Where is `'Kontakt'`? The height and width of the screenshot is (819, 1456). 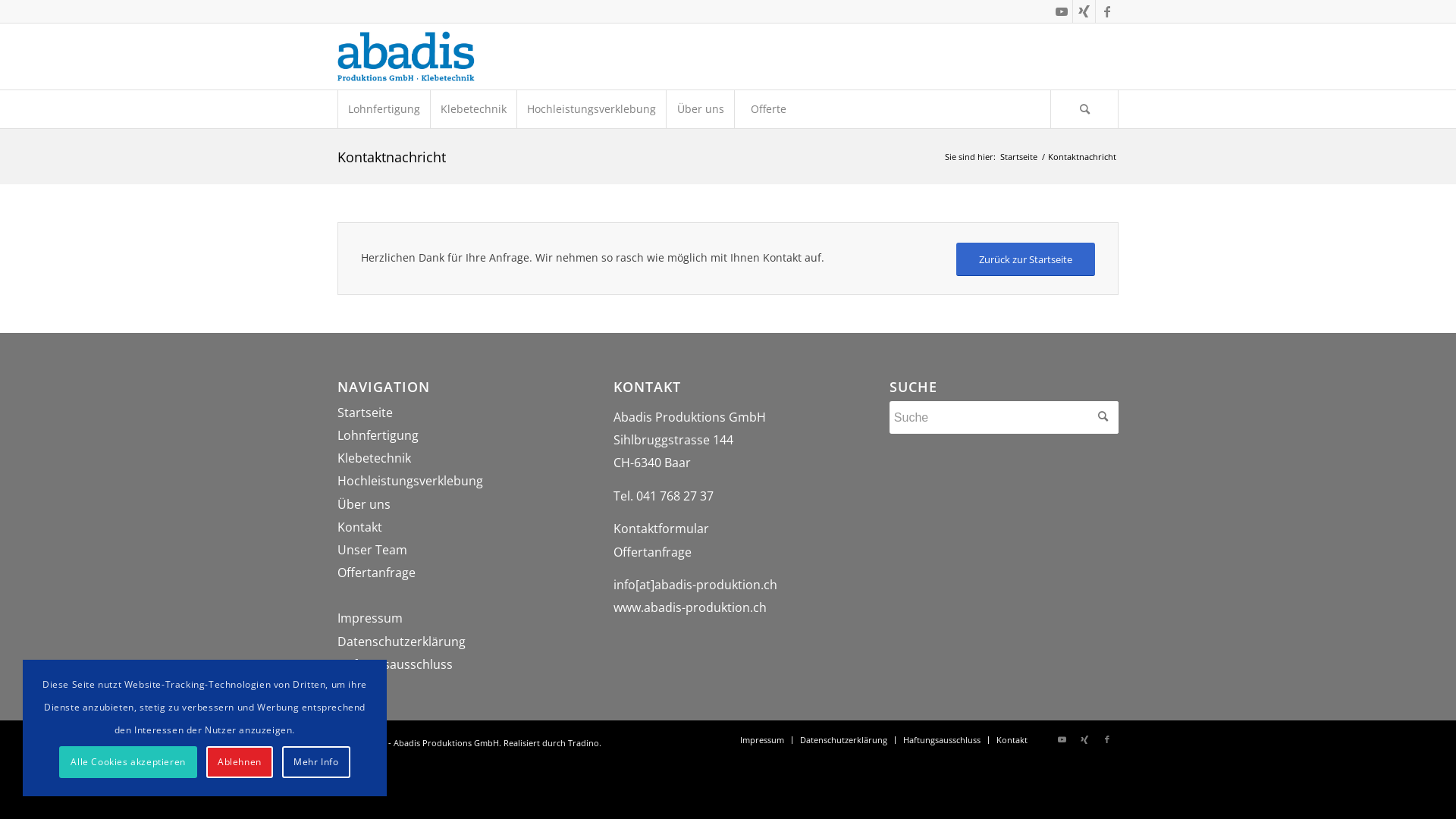 'Kontakt' is located at coordinates (996, 739).